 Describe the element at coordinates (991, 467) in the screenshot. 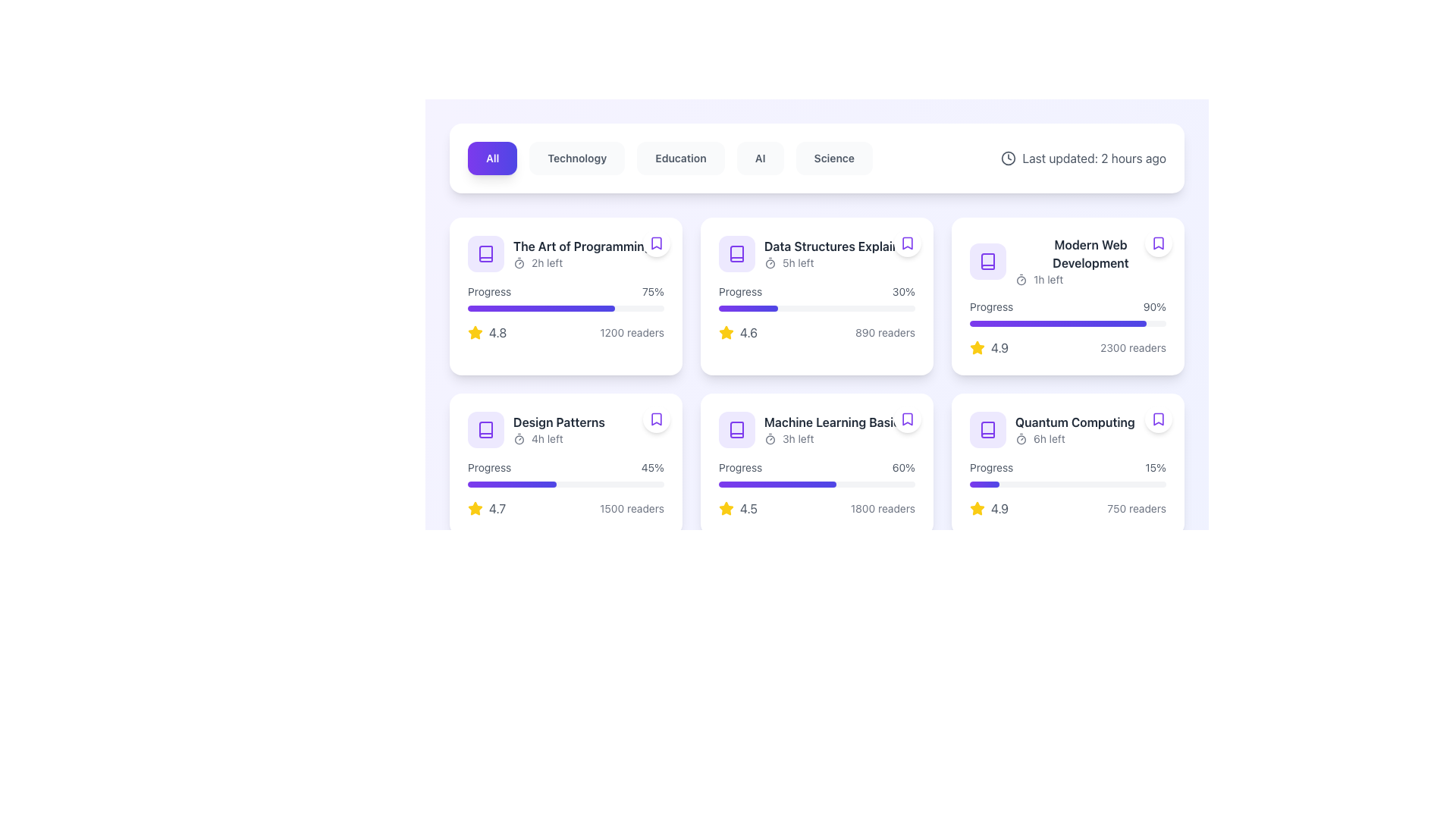

I see `the Text label indicating the purpose of the associated progress bar within the 'Quantum Computing' card, located to the left of the '15%' text` at that location.